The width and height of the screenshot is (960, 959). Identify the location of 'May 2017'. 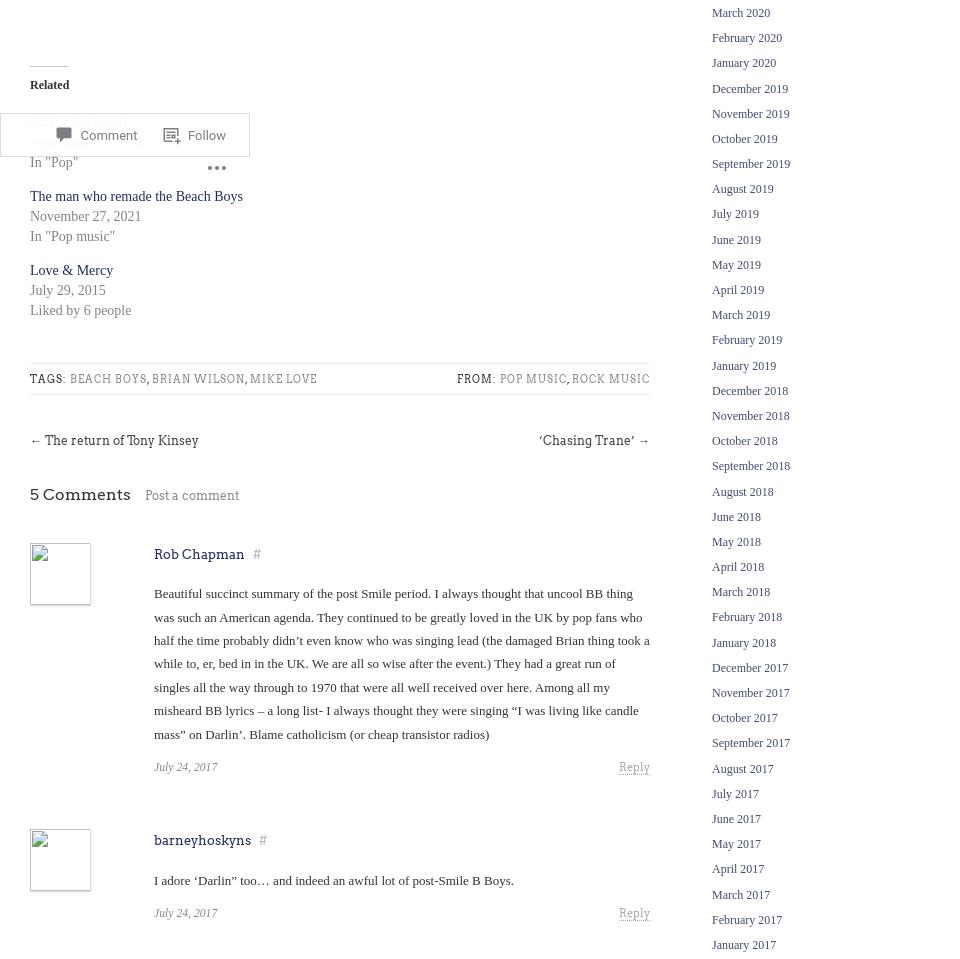
(735, 843).